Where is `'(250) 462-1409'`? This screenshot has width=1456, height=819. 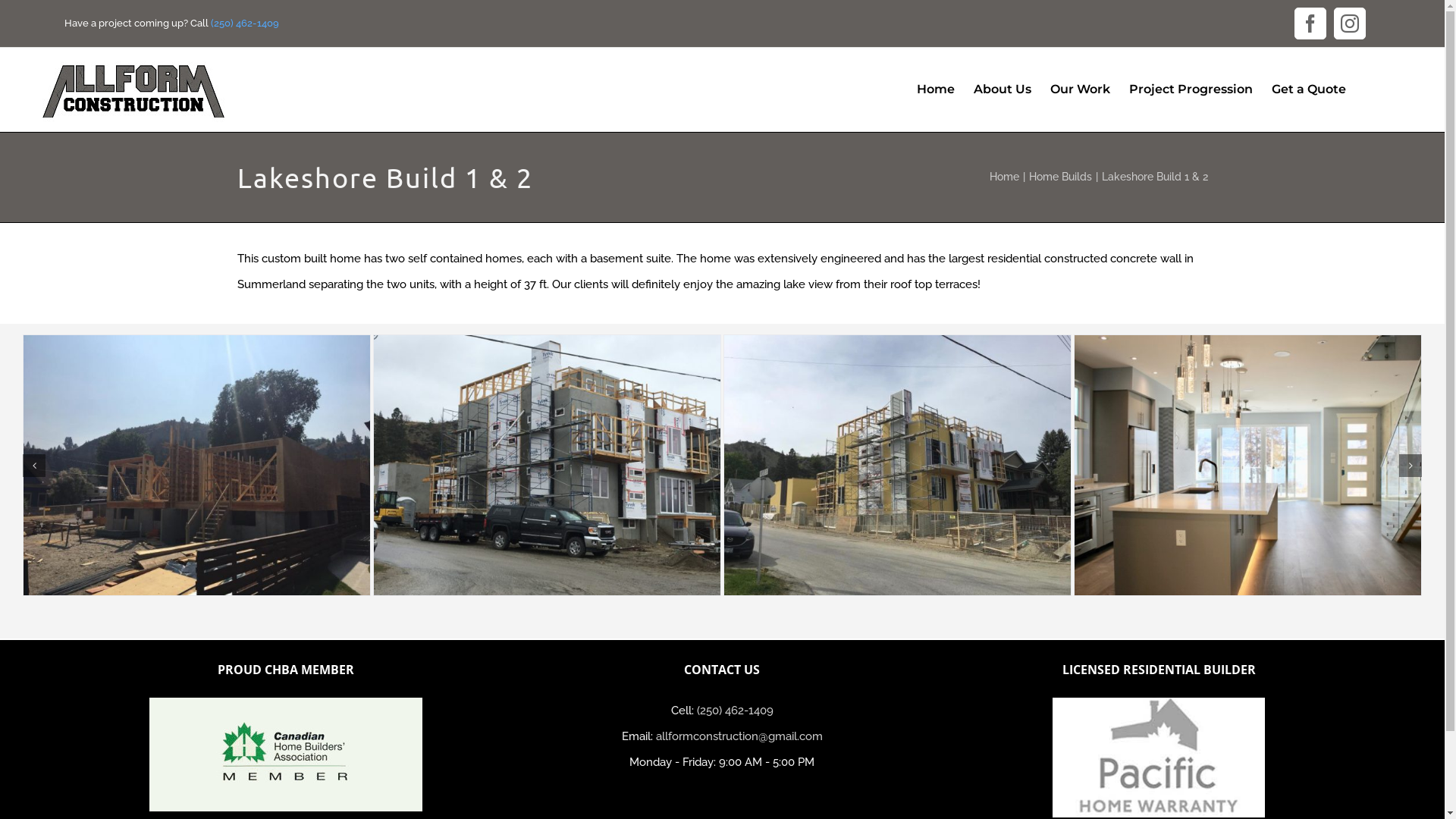 '(250) 462-1409' is located at coordinates (244, 23).